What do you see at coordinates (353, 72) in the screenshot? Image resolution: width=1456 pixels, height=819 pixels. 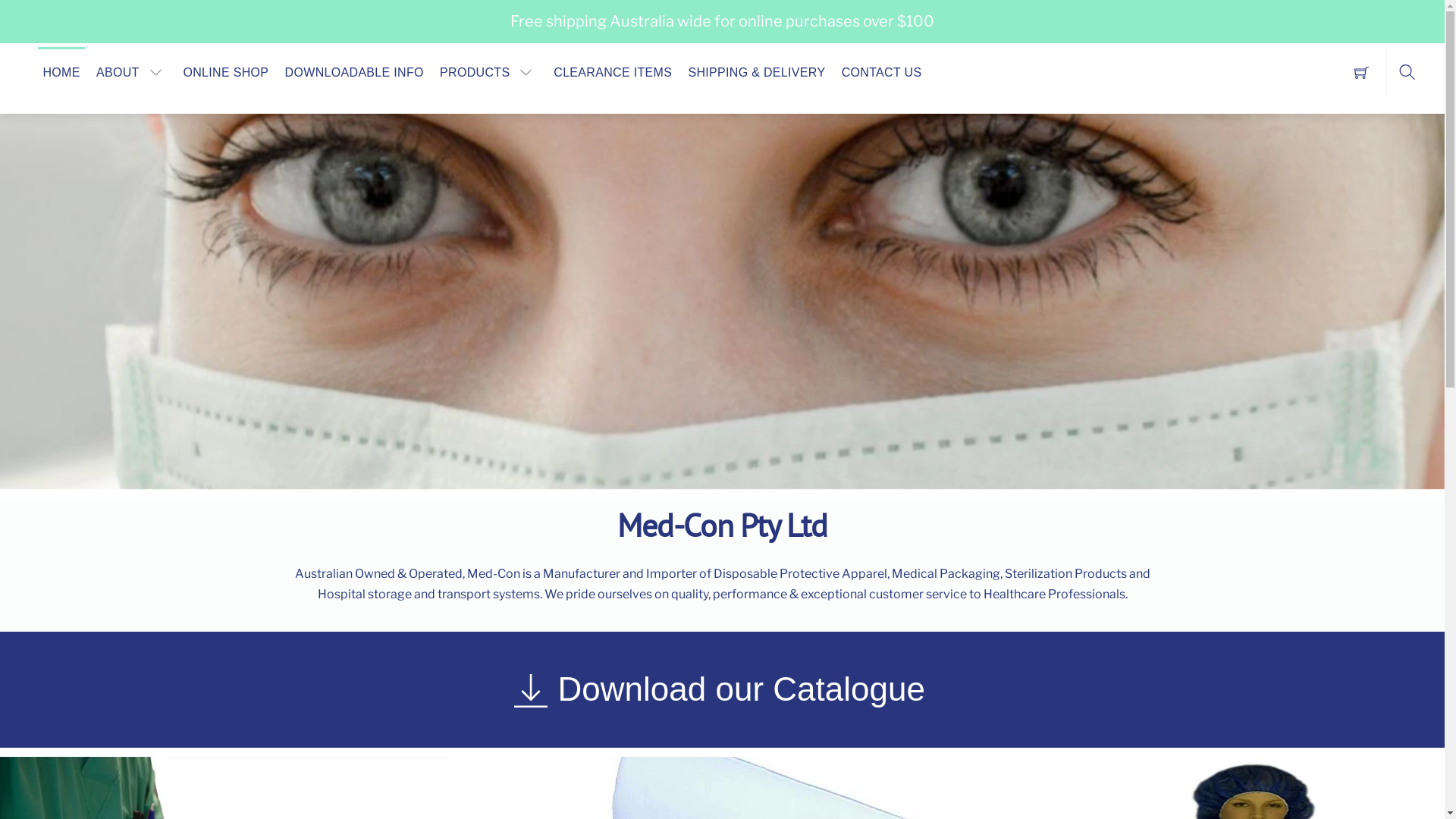 I see `'DOWNLOADABLE INFO'` at bounding box center [353, 72].